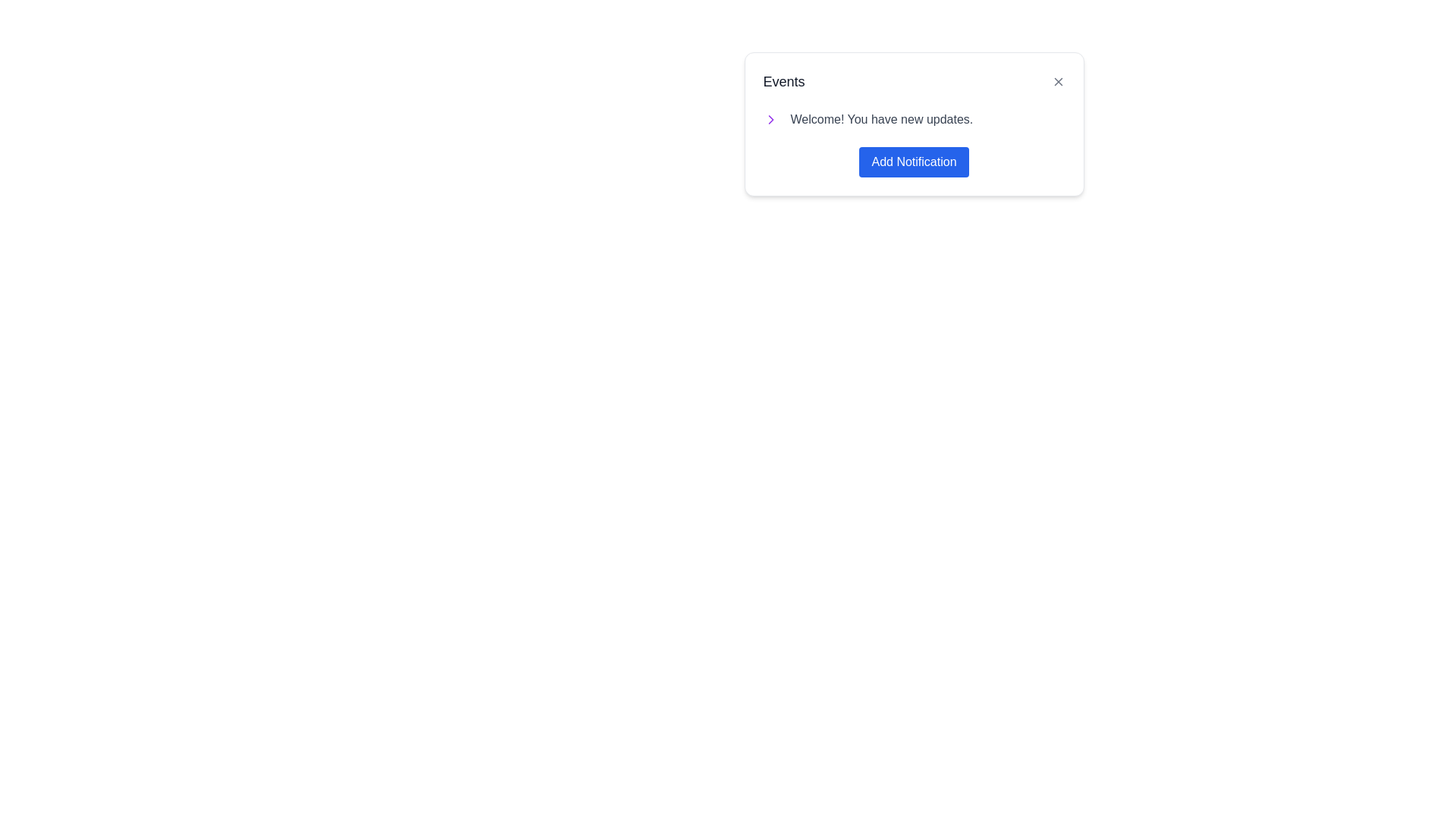 Image resolution: width=1456 pixels, height=819 pixels. Describe the element at coordinates (913, 162) in the screenshot. I see `the 'Add Notification' button located at the bottom of the 'Events' card, directly below the text 'Welcome! You have new updates.'` at that location.